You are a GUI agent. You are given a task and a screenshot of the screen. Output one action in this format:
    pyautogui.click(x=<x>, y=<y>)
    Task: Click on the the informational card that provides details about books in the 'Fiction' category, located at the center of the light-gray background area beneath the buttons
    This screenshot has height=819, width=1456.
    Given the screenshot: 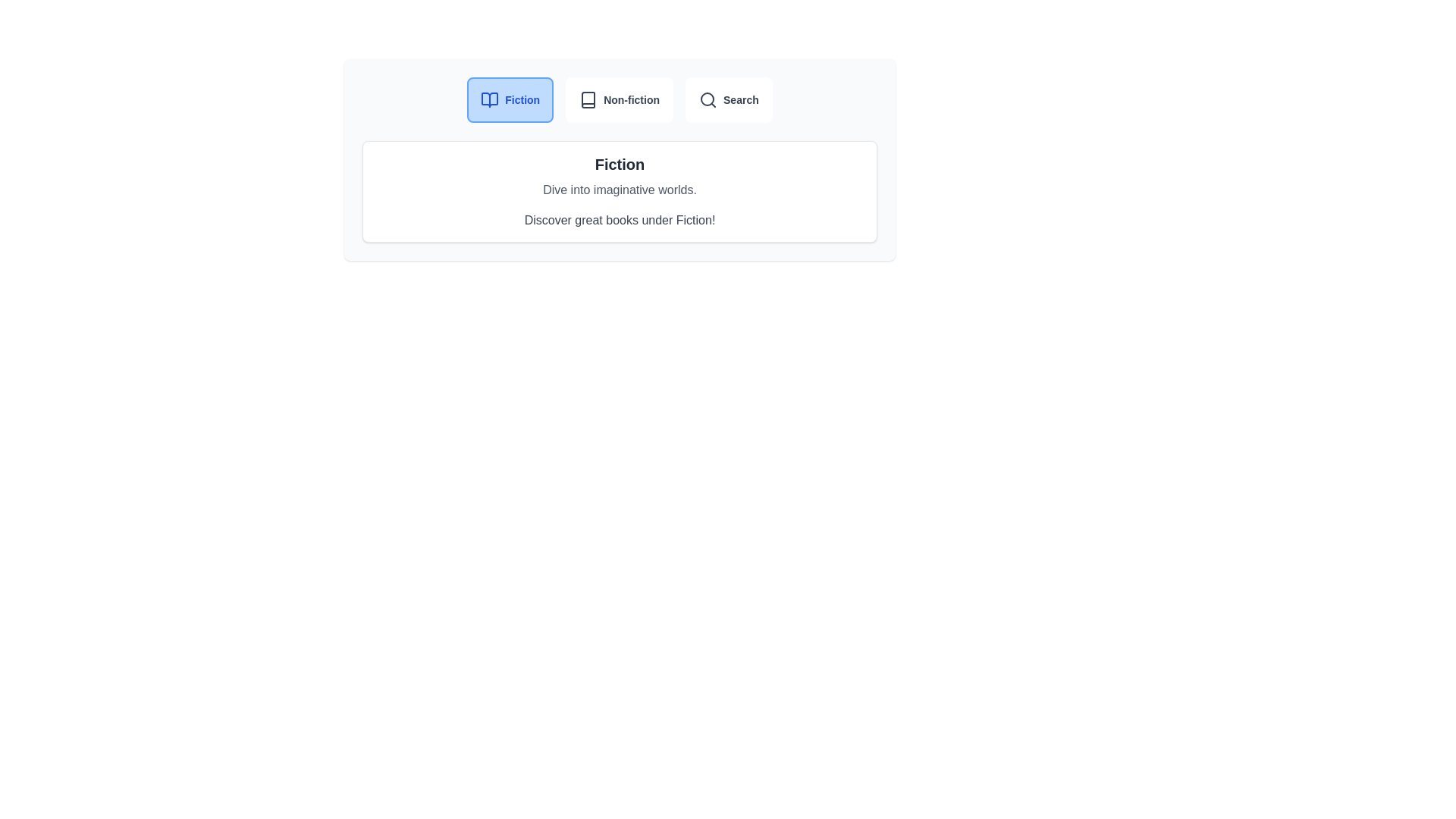 What is the action you would take?
    pyautogui.click(x=620, y=191)
    